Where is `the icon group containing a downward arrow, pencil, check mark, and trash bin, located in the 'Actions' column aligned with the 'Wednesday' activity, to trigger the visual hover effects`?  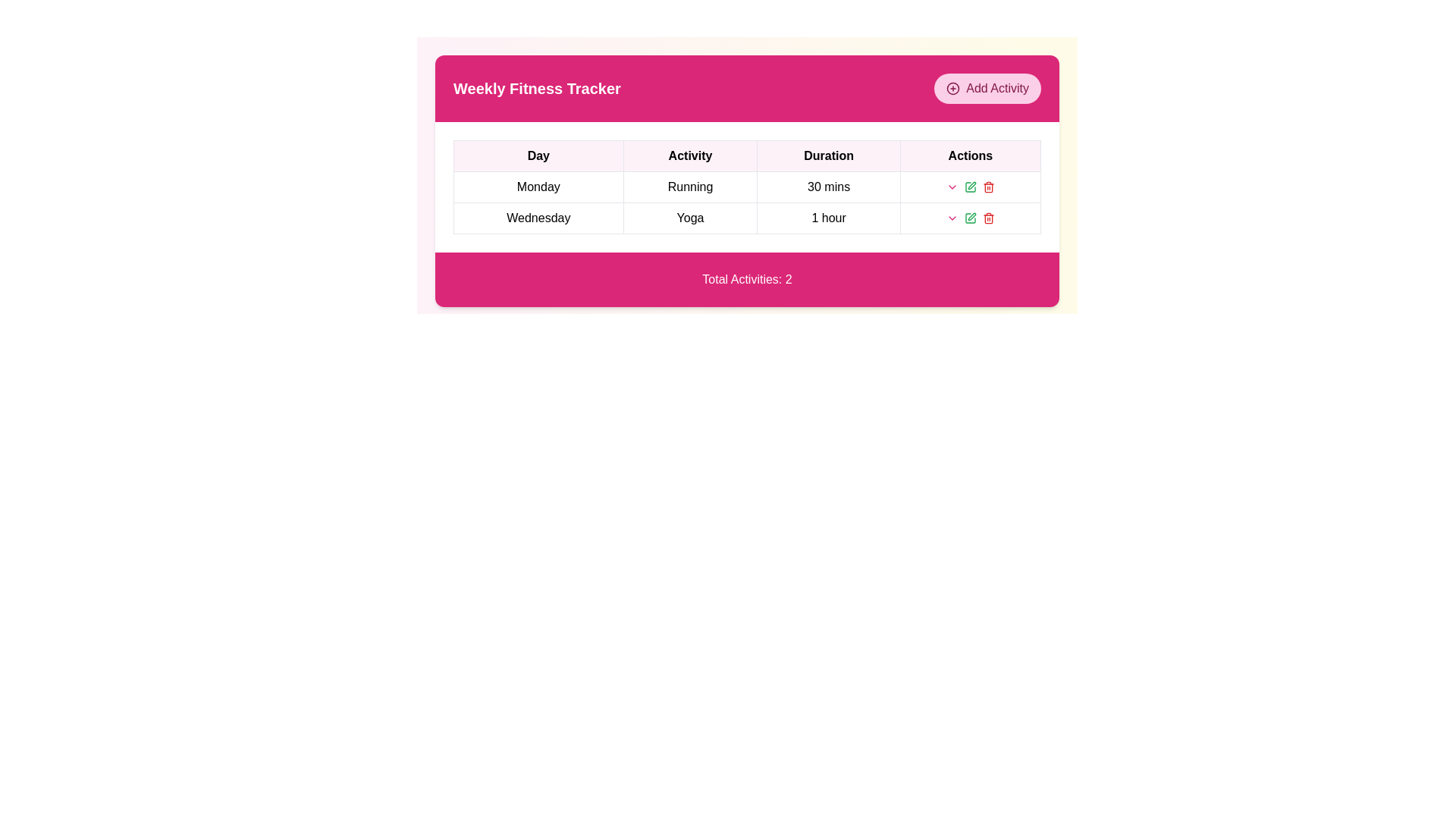
the icon group containing a downward arrow, pencil, check mark, and trash bin, located in the 'Actions' column aligned with the 'Wednesday' activity, to trigger the visual hover effects is located at coordinates (969, 218).